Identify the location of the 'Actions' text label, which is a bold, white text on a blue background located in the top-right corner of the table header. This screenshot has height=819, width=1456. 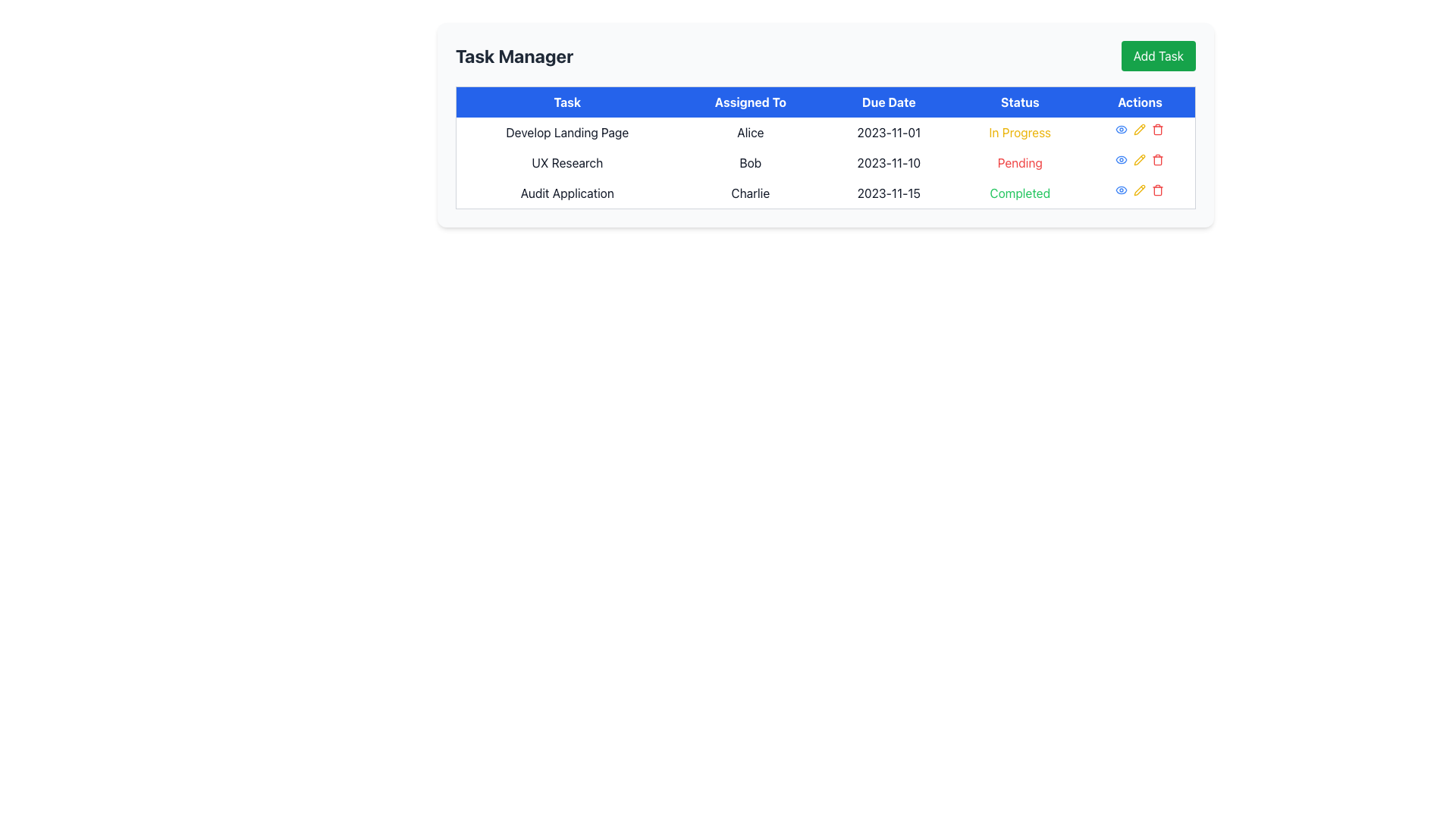
(1140, 102).